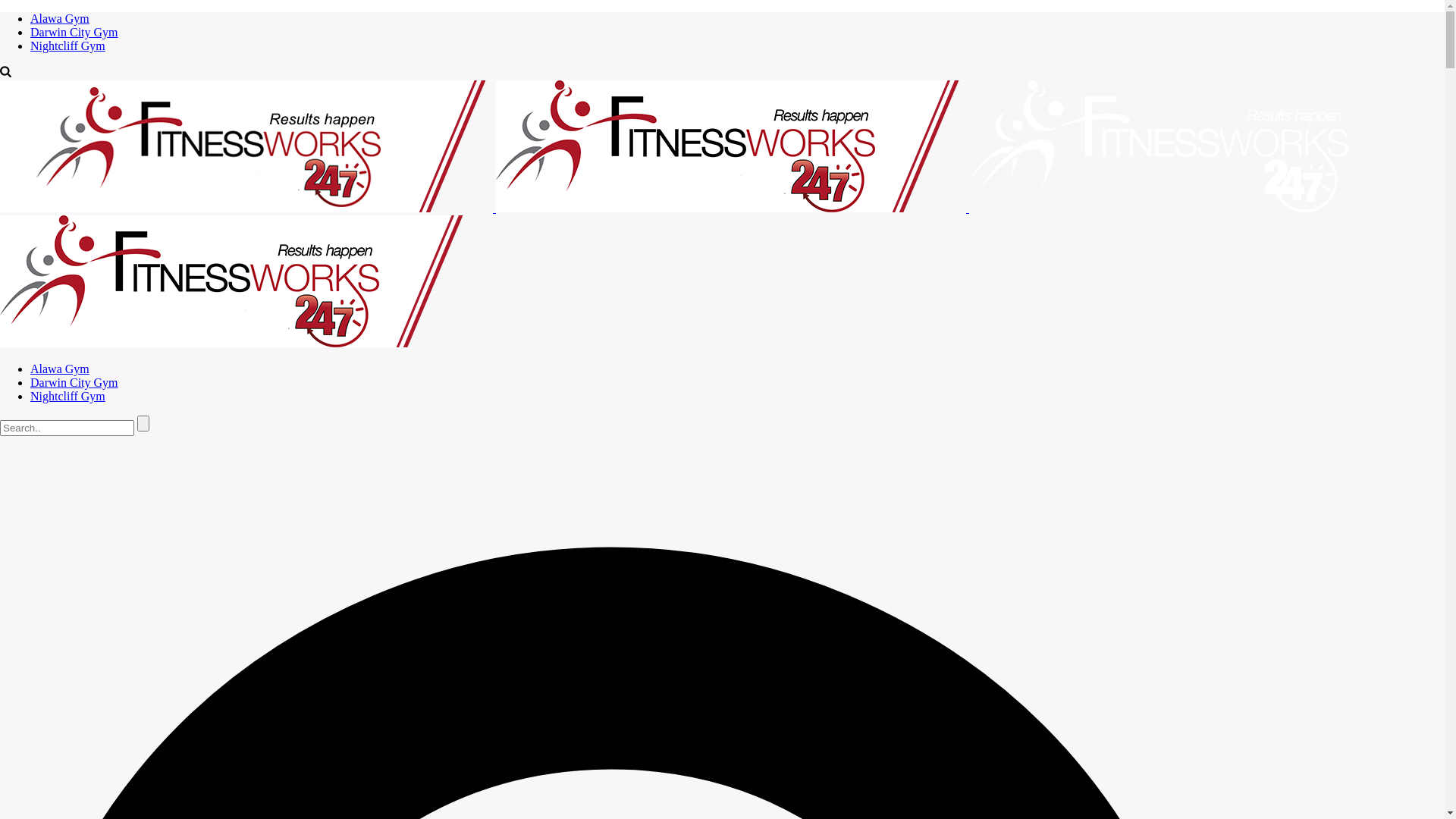 This screenshot has width=1456, height=819. I want to click on 'Darwin Gyms and Personal Training', so click(968, 146).